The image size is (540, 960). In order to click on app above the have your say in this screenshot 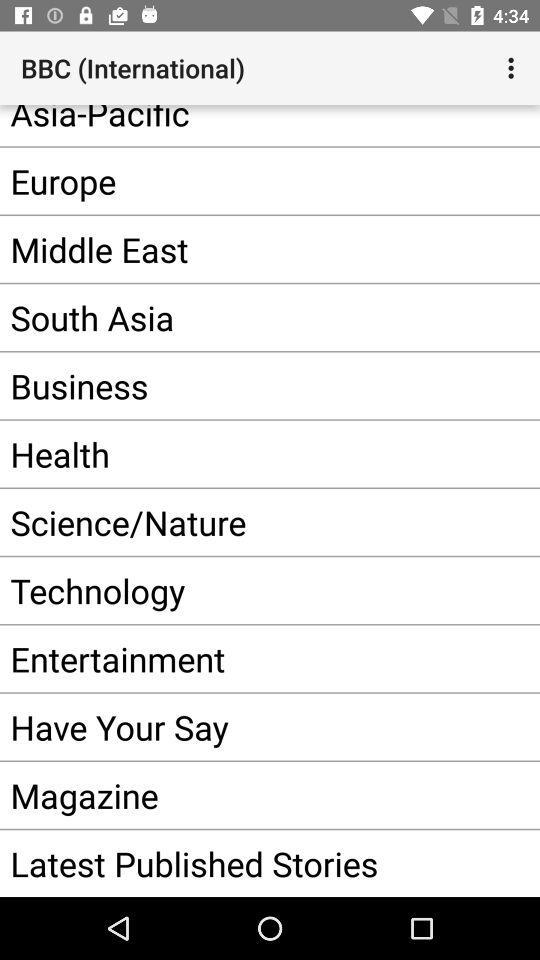, I will do `click(249, 657)`.